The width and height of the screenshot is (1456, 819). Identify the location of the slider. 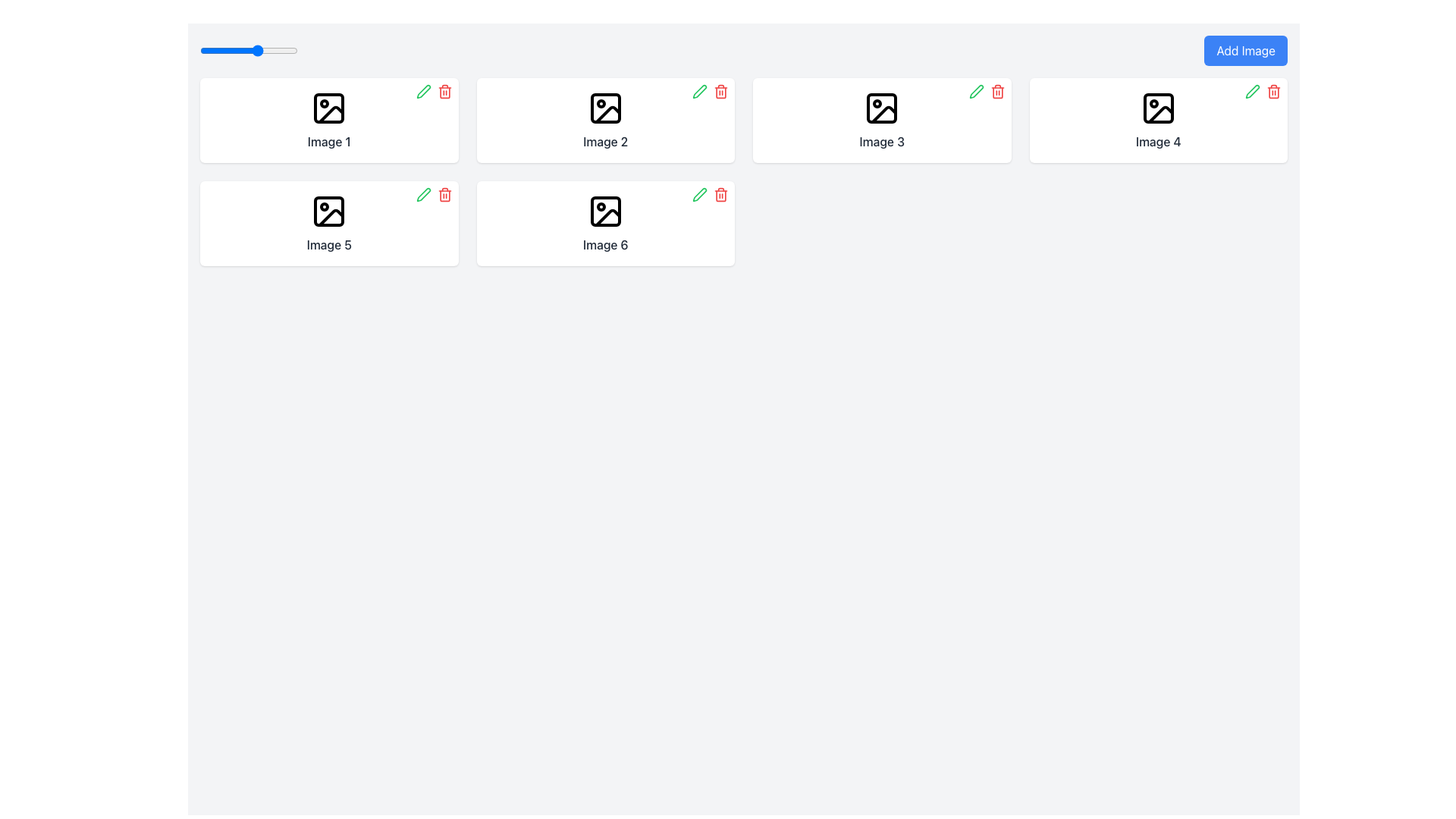
(259, 49).